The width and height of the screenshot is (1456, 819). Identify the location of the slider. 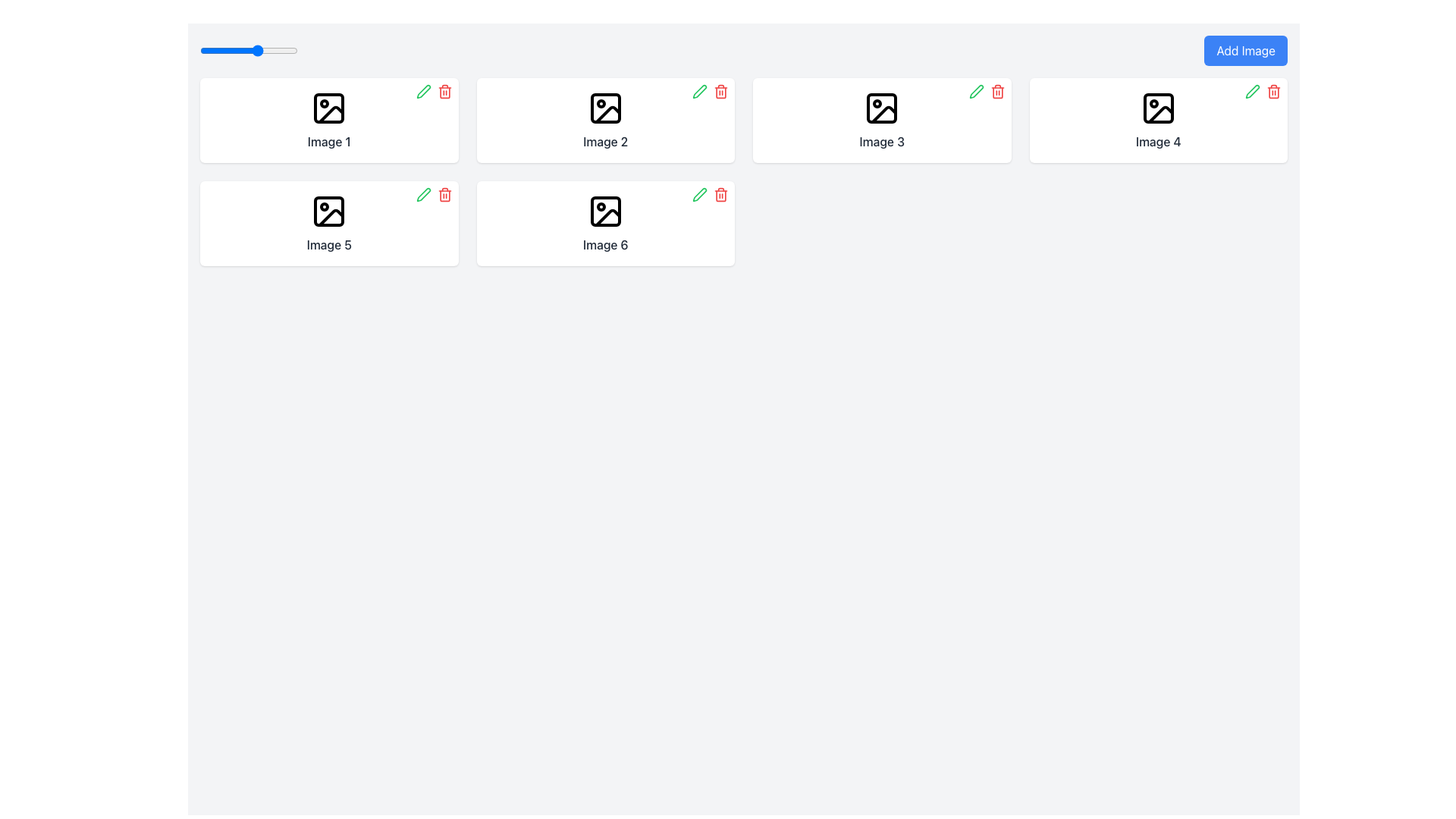
(259, 49).